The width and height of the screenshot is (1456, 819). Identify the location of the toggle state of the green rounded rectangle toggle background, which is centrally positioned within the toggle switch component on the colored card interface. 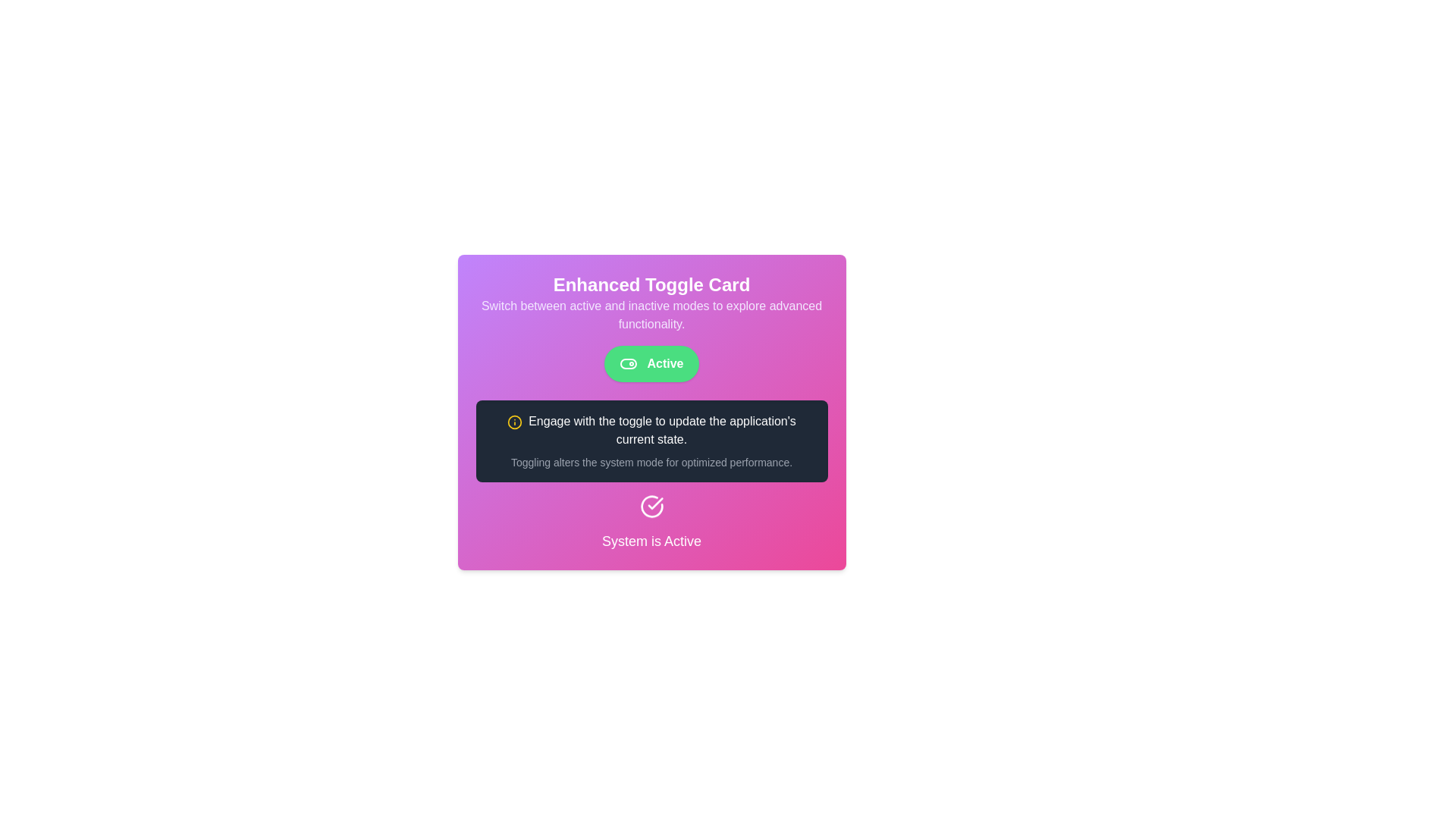
(629, 363).